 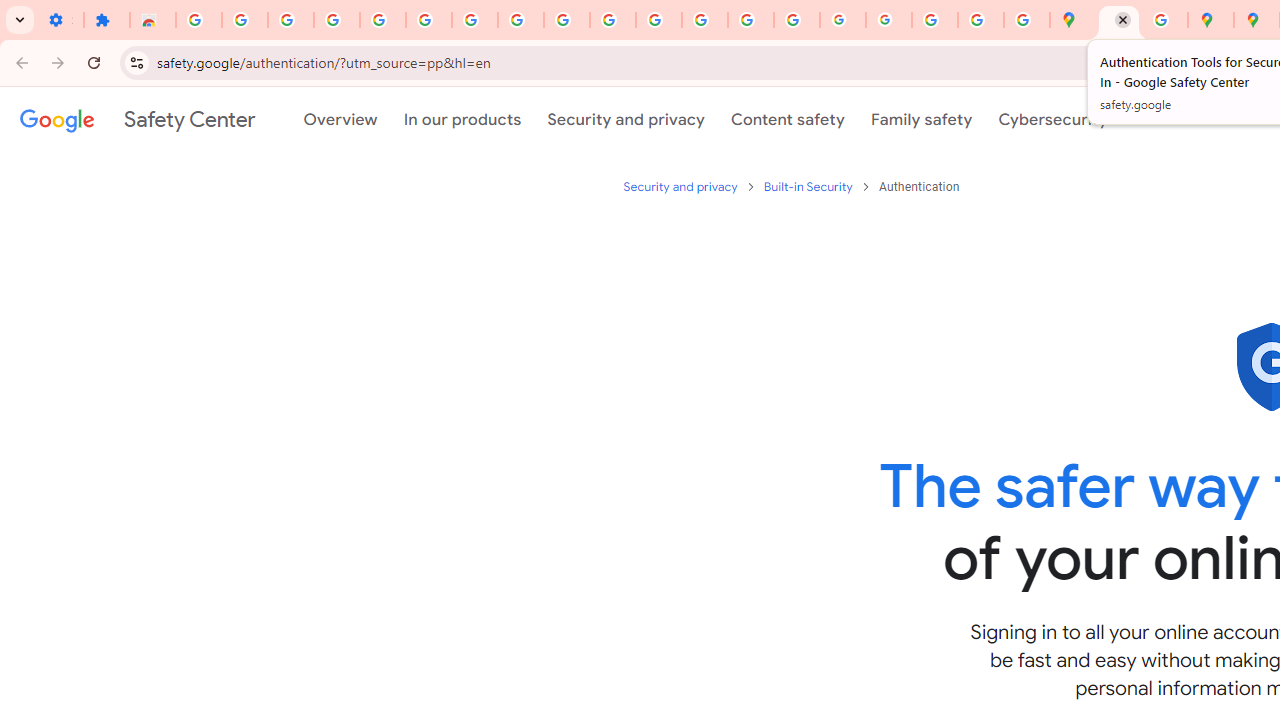 What do you see at coordinates (136, 119) in the screenshot?
I see `'Safety Center'` at bounding box center [136, 119].